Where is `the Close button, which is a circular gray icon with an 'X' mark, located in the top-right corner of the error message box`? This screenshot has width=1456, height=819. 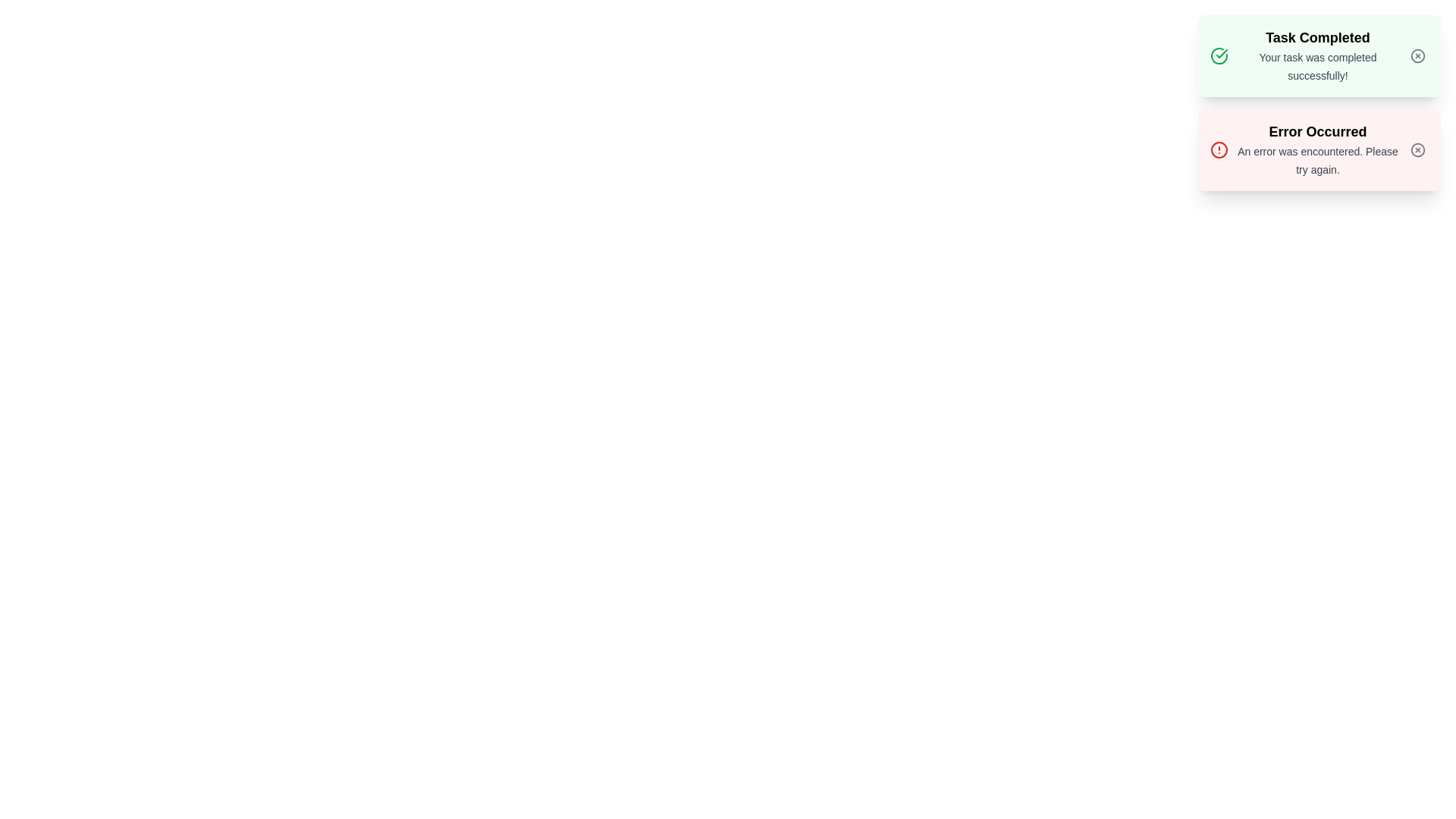
the Close button, which is a circular gray icon with an 'X' mark, located in the top-right corner of the error message box is located at coordinates (1417, 149).